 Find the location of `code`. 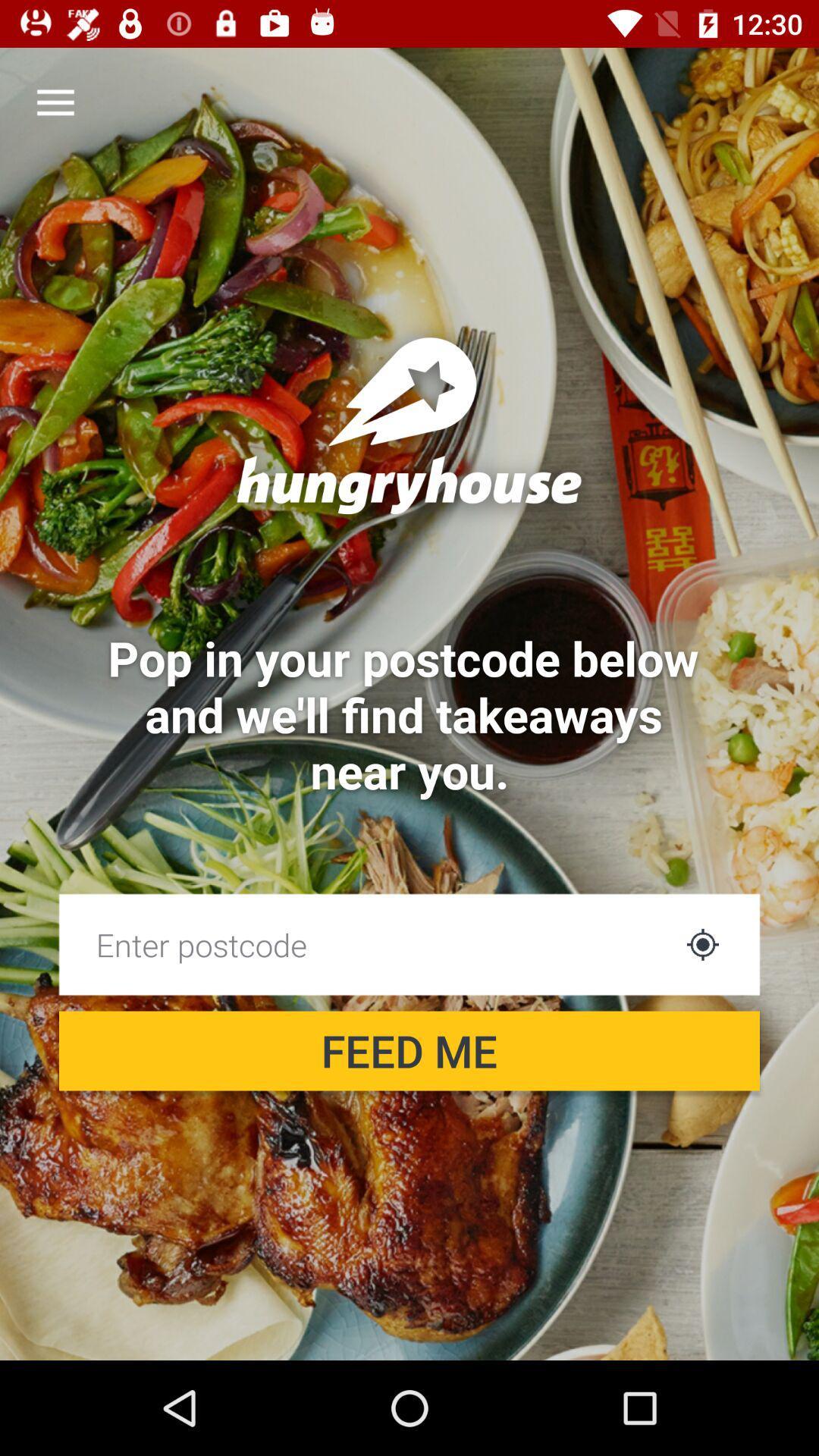

code is located at coordinates (366, 943).